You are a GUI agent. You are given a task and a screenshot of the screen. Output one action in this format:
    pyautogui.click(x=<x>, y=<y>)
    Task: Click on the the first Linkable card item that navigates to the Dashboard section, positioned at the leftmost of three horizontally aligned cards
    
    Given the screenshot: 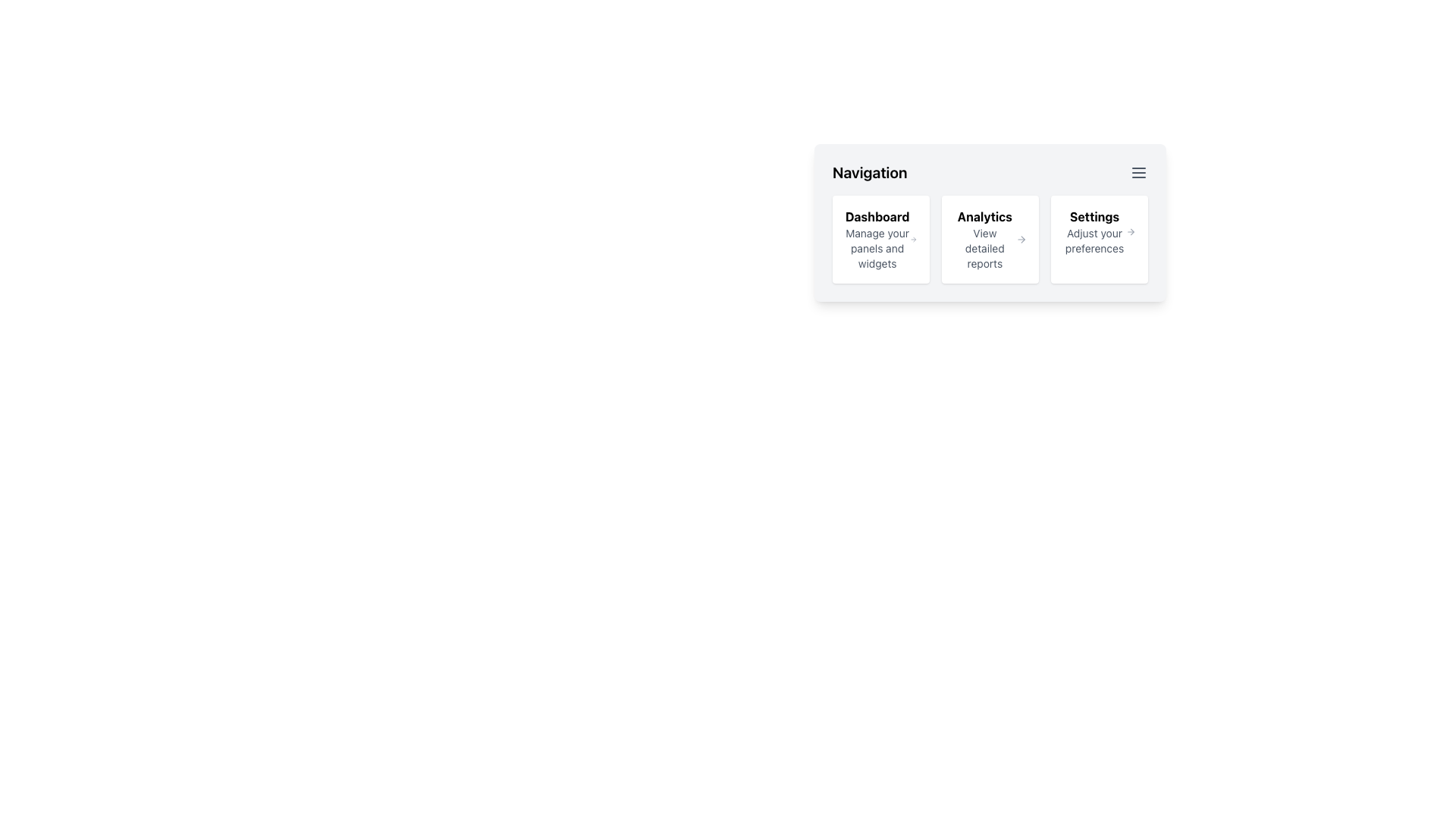 What is the action you would take?
    pyautogui.click(x=880, y=239)
    